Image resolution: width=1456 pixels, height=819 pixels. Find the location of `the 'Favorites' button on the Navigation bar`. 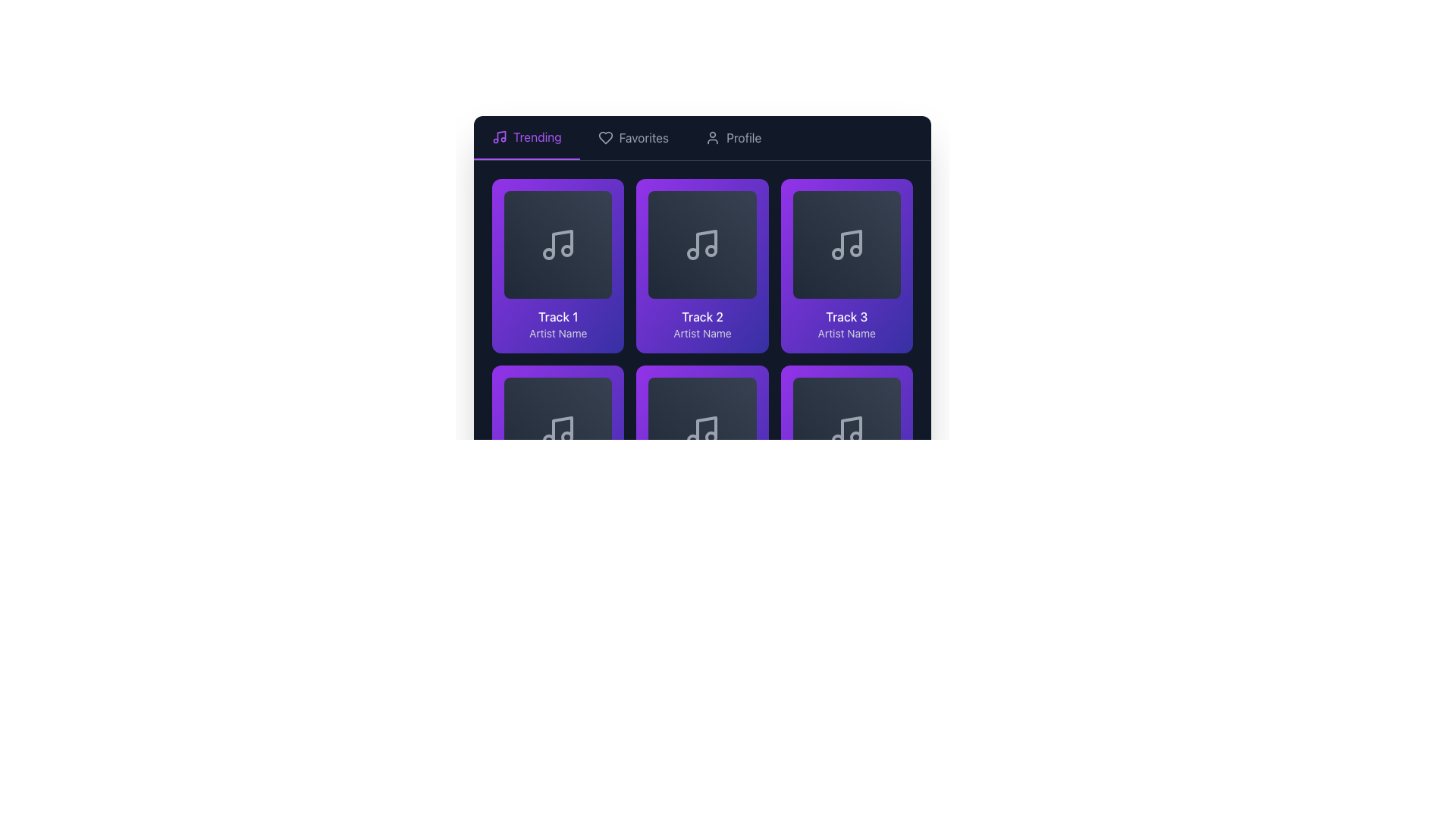

the 'Favorites' button on the Navigation bar is located at coordinates (701, 138).